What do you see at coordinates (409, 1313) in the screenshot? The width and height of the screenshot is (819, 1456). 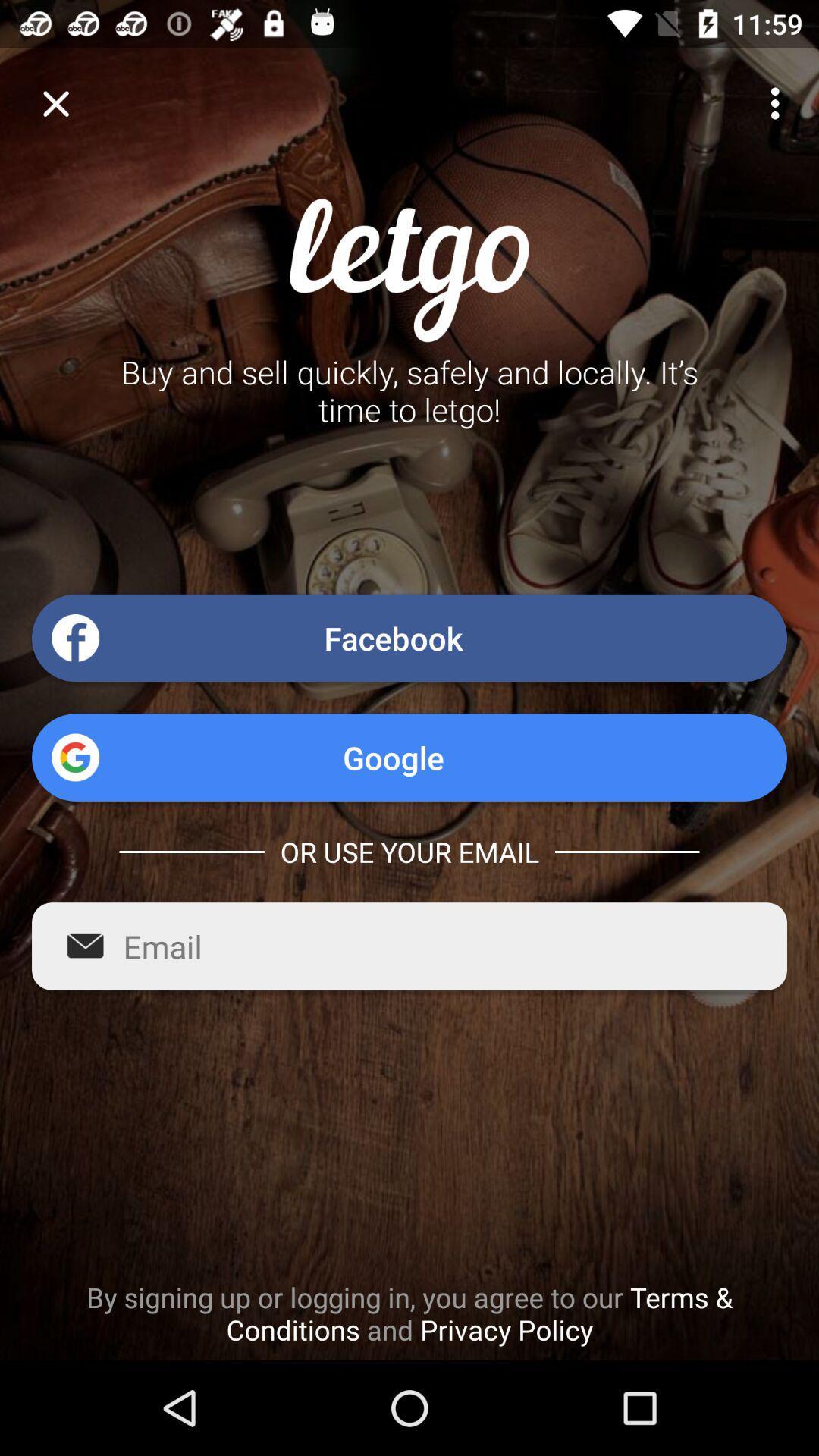 I see `by signing up icon` at bounding box center [409, 1313].